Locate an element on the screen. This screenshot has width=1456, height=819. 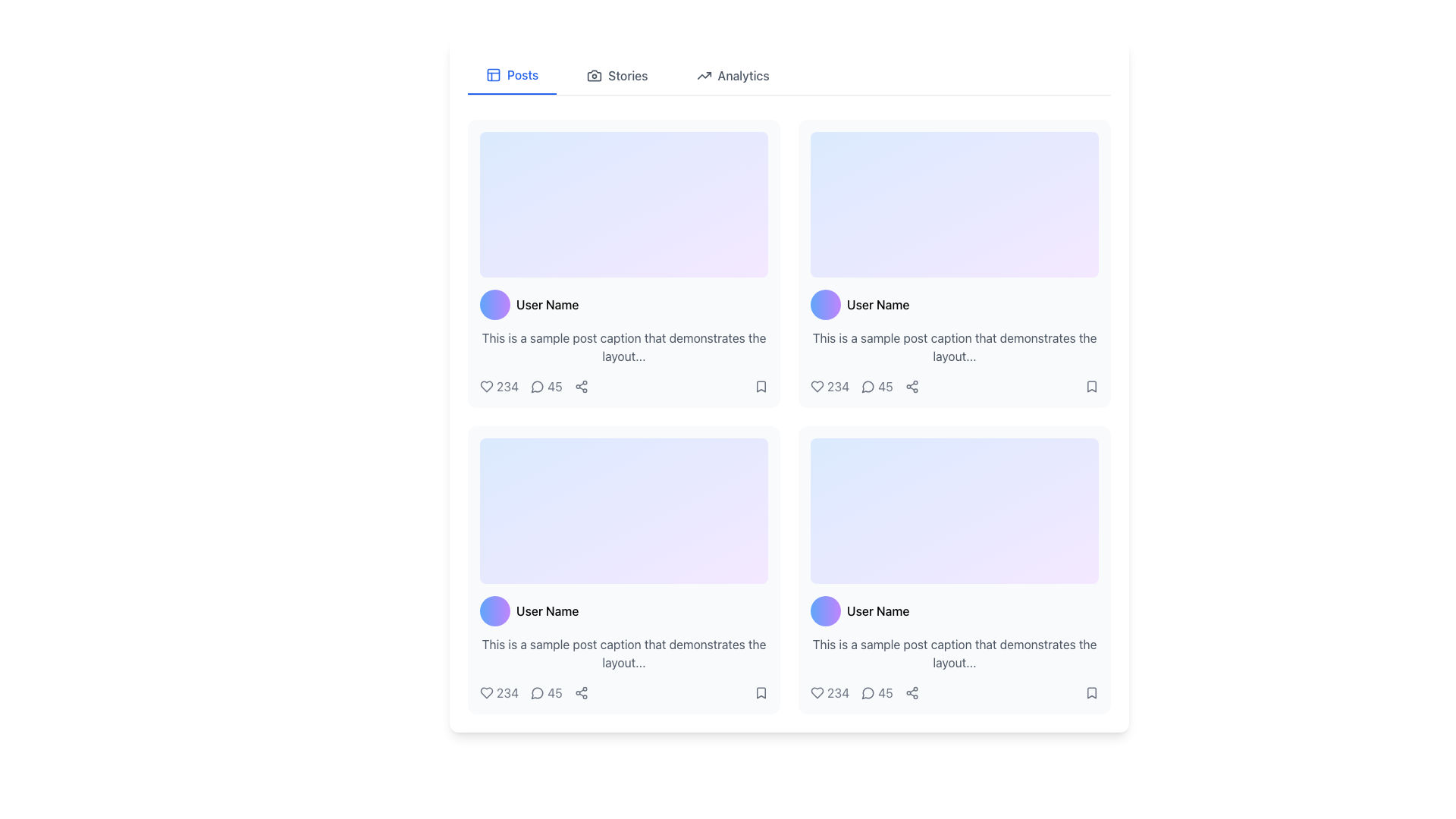
the static text label displaying 'User Name' which is positioned beside a circular avatar within the bottom-right content card is located at coordinates (878, 610).